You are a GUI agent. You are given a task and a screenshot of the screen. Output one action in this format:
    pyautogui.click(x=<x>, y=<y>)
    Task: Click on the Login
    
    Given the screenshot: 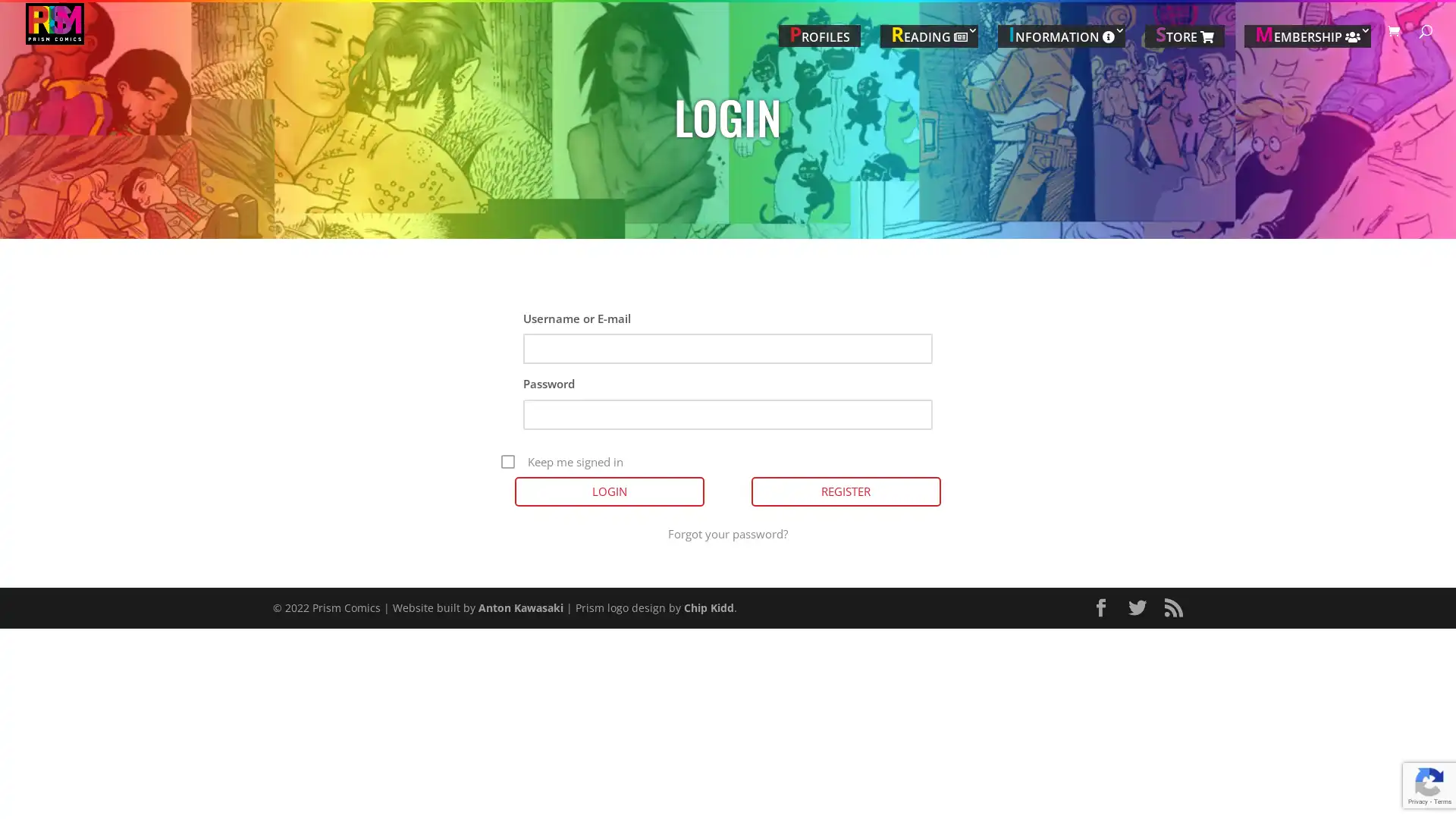 What is the action you would take?
    pyautogui.click(x=608, y=491)
    